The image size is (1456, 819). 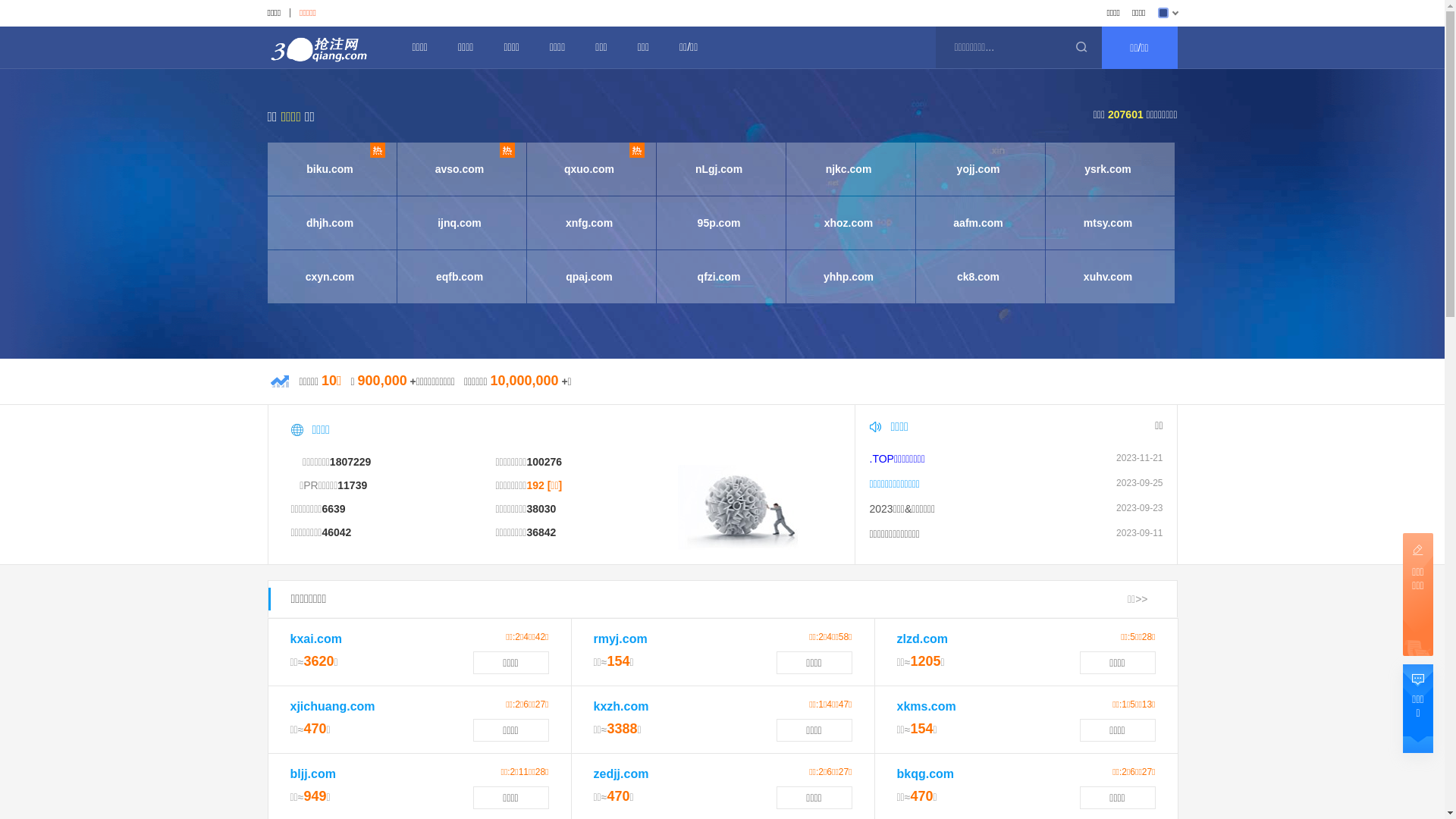 I want to click on 'ysrk.com', so click(x=1051, y=169).